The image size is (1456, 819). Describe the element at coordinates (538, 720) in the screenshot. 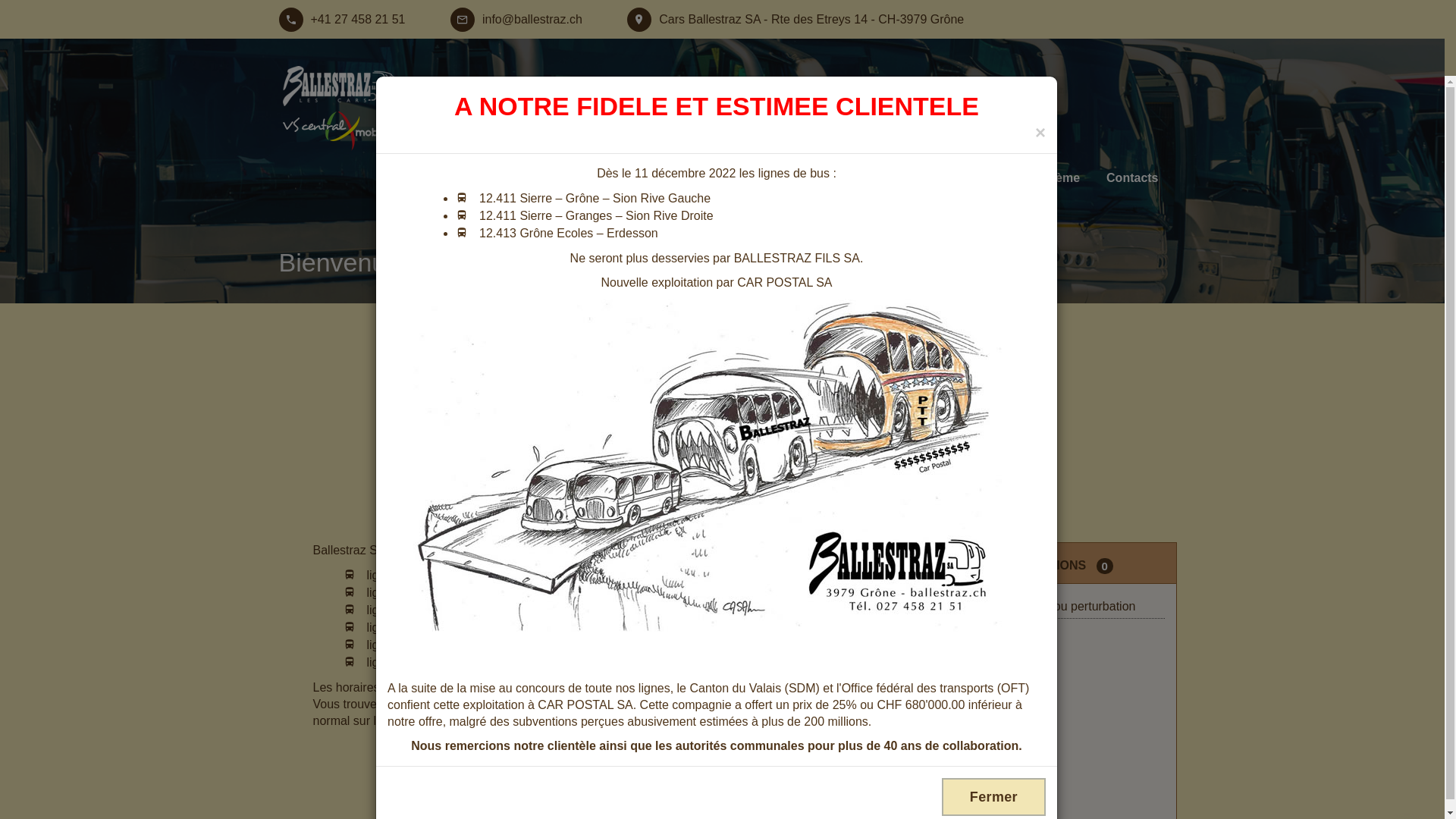

I see `'site des CFF'` at that location.